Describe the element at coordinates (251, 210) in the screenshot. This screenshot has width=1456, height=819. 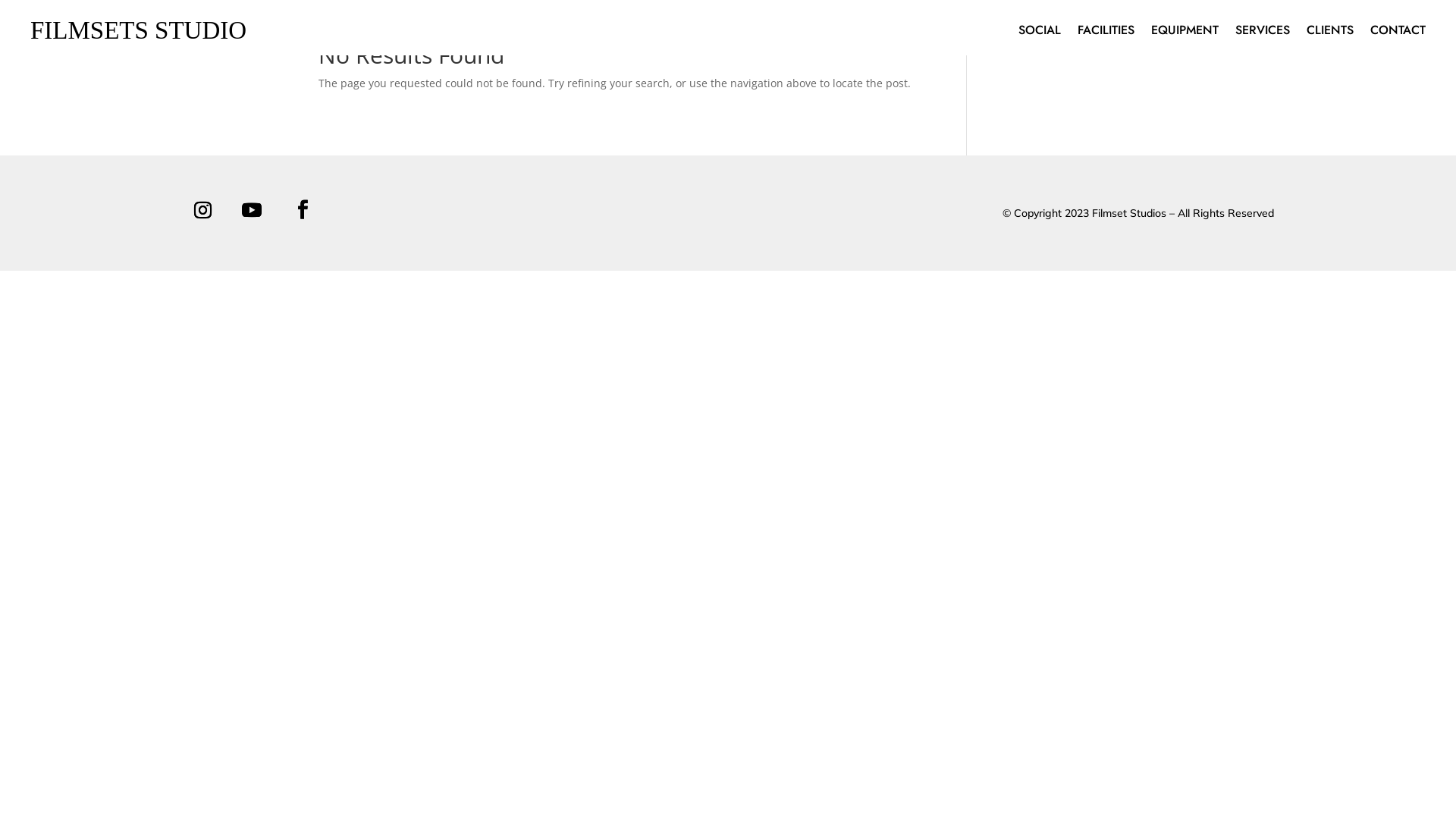
I see `'Follow on Youtube'` at that location.